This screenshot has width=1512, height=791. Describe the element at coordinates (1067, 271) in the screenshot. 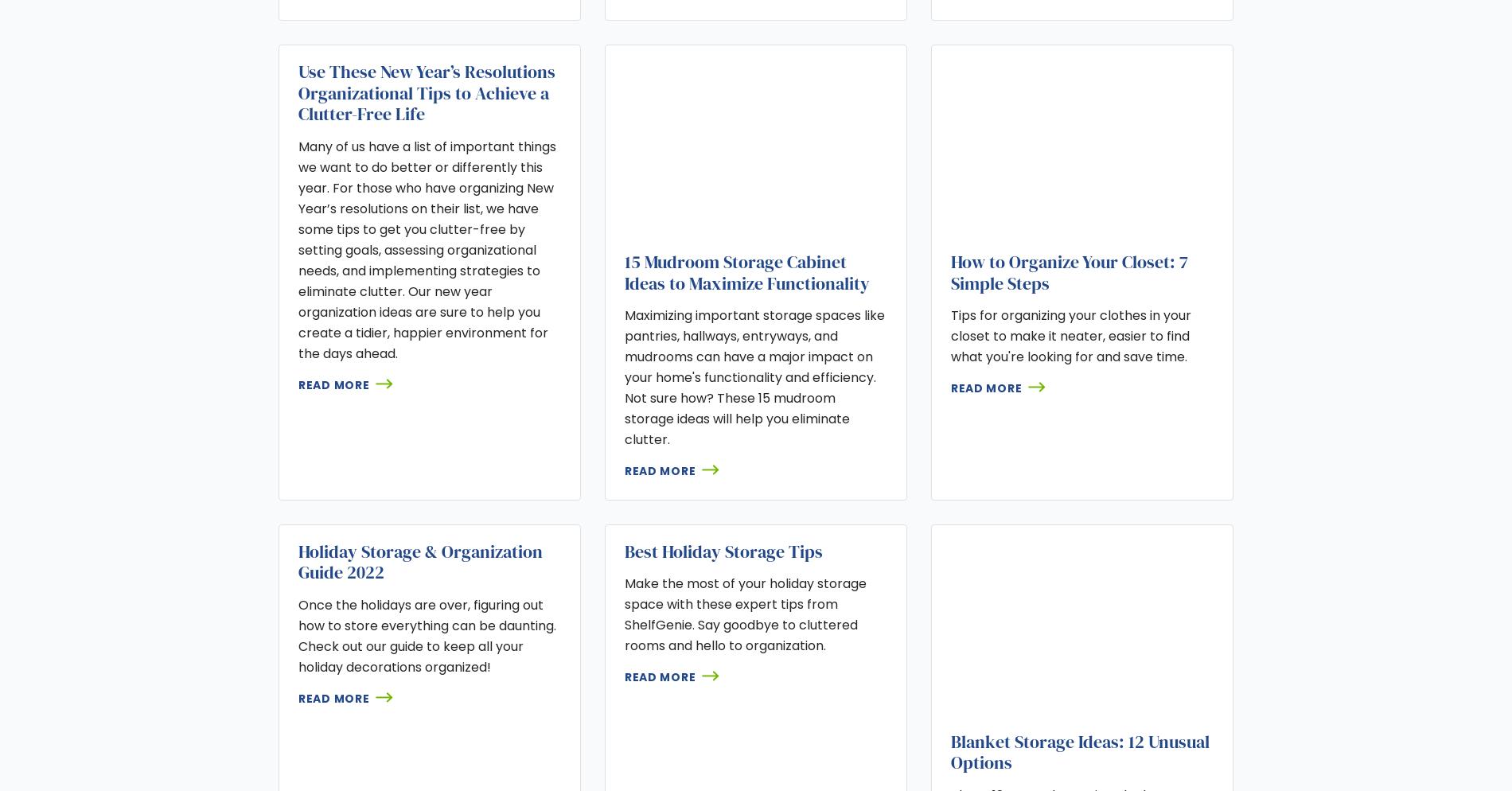

I see `'How to Organize Your Closet: 7 Simple Steps'` at that location.